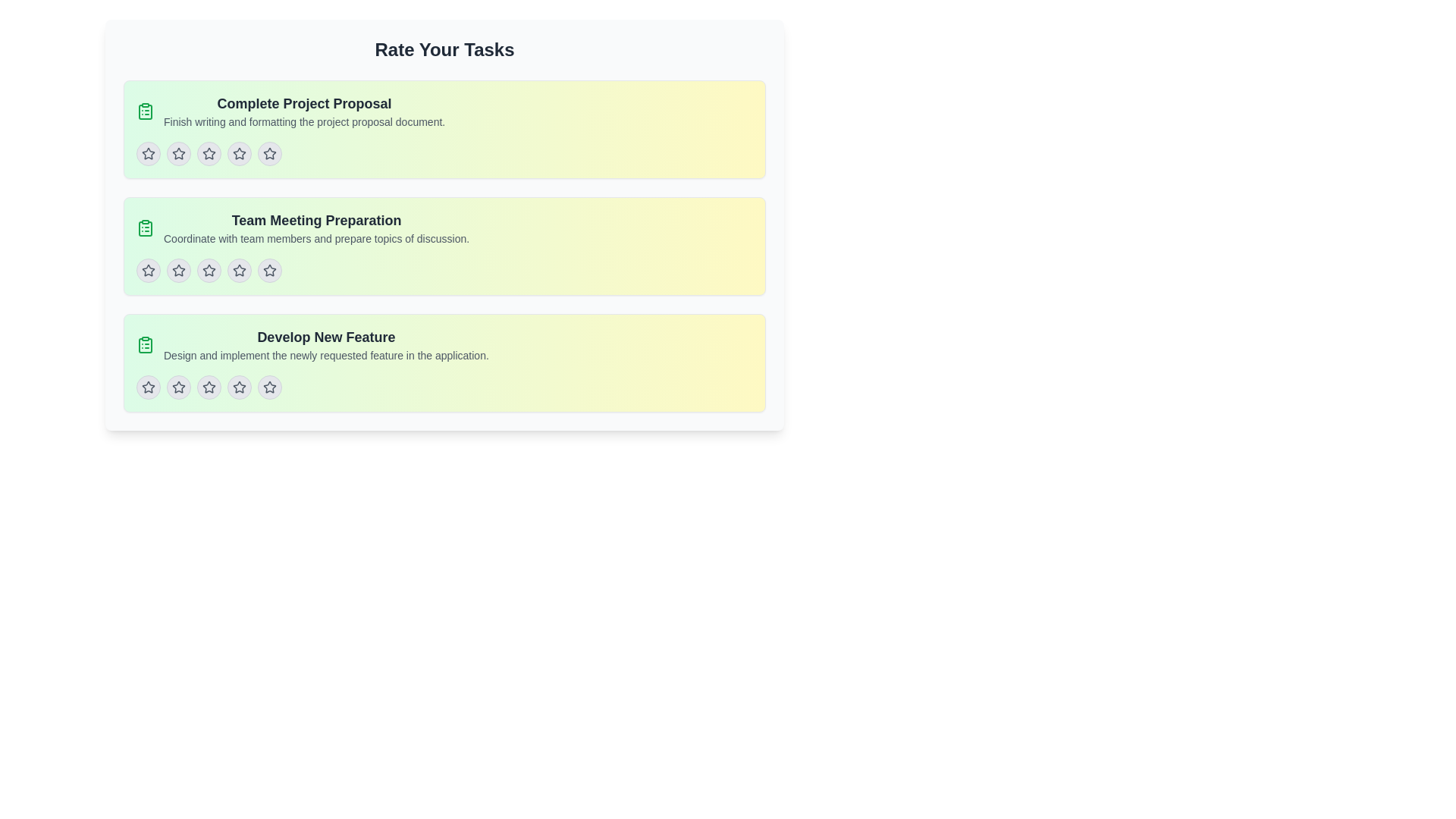  I want to click on the fourth star rating element in the task rating section under 'Complete Project Proposal', so click(239, 154).